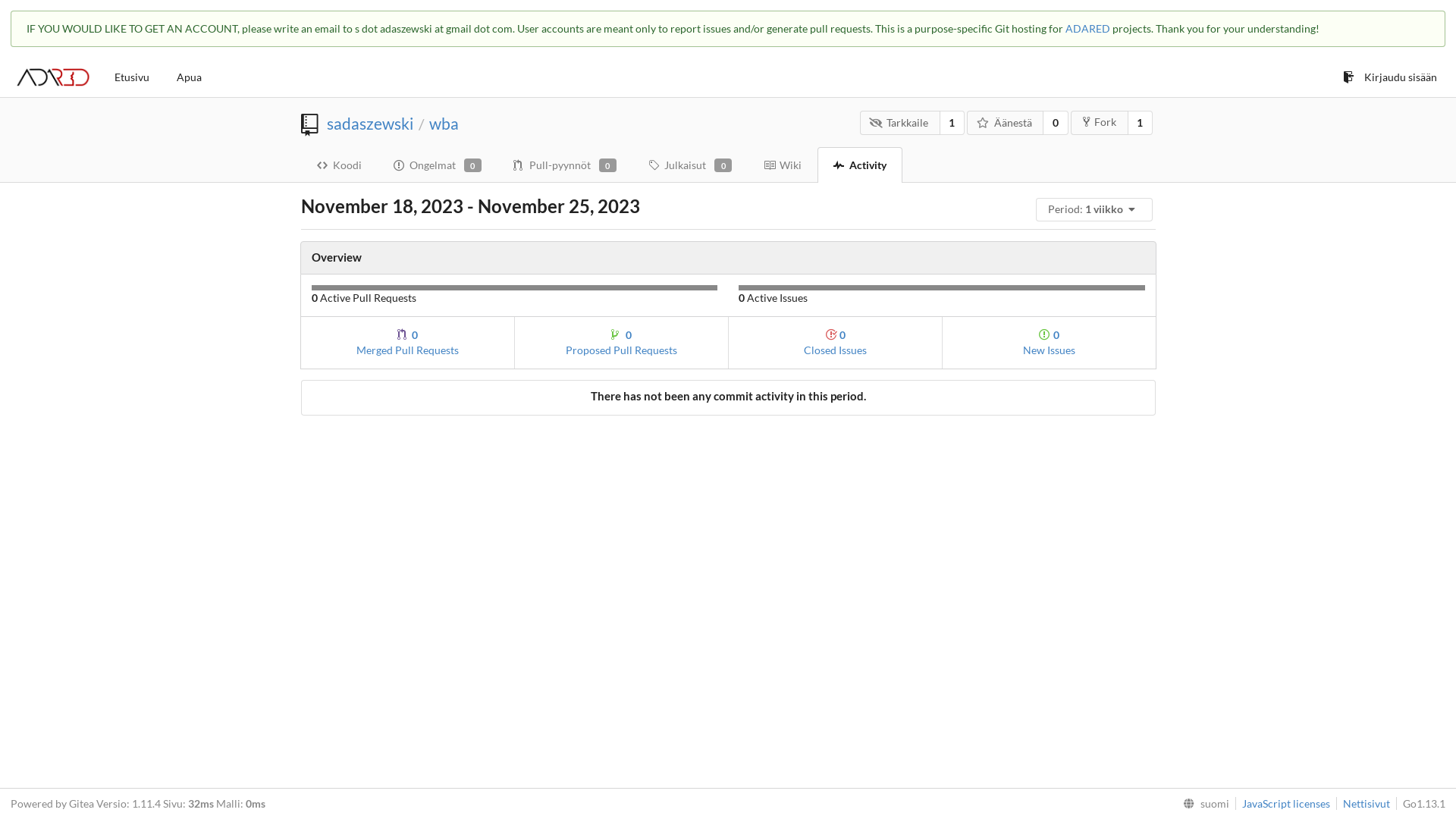 This screenshot has width=1456, height=819. I want to click on 'Nettisivut', so click(1335, 802).